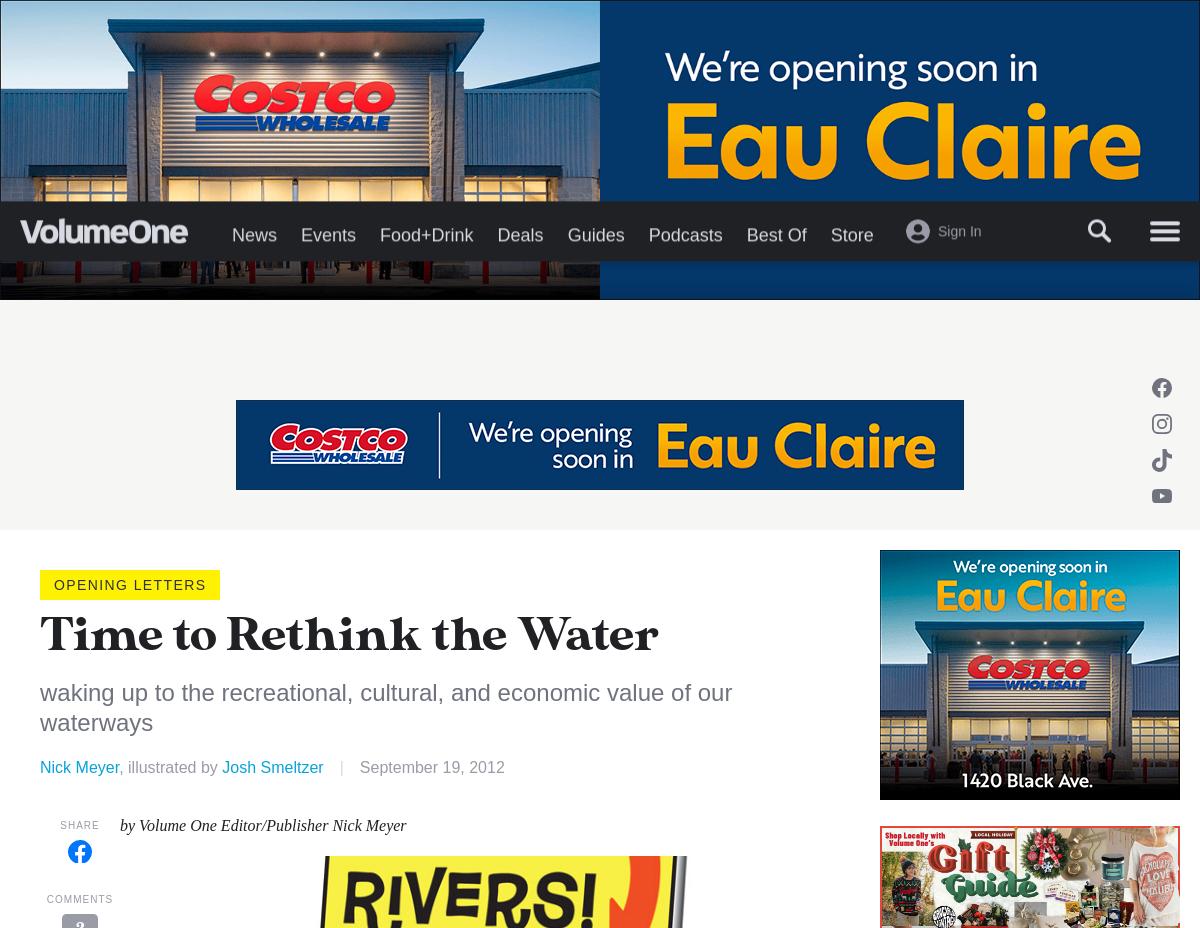 The height and width of the screenshot is (928, 1200). I want to click on 'Events', so click(328, 332).